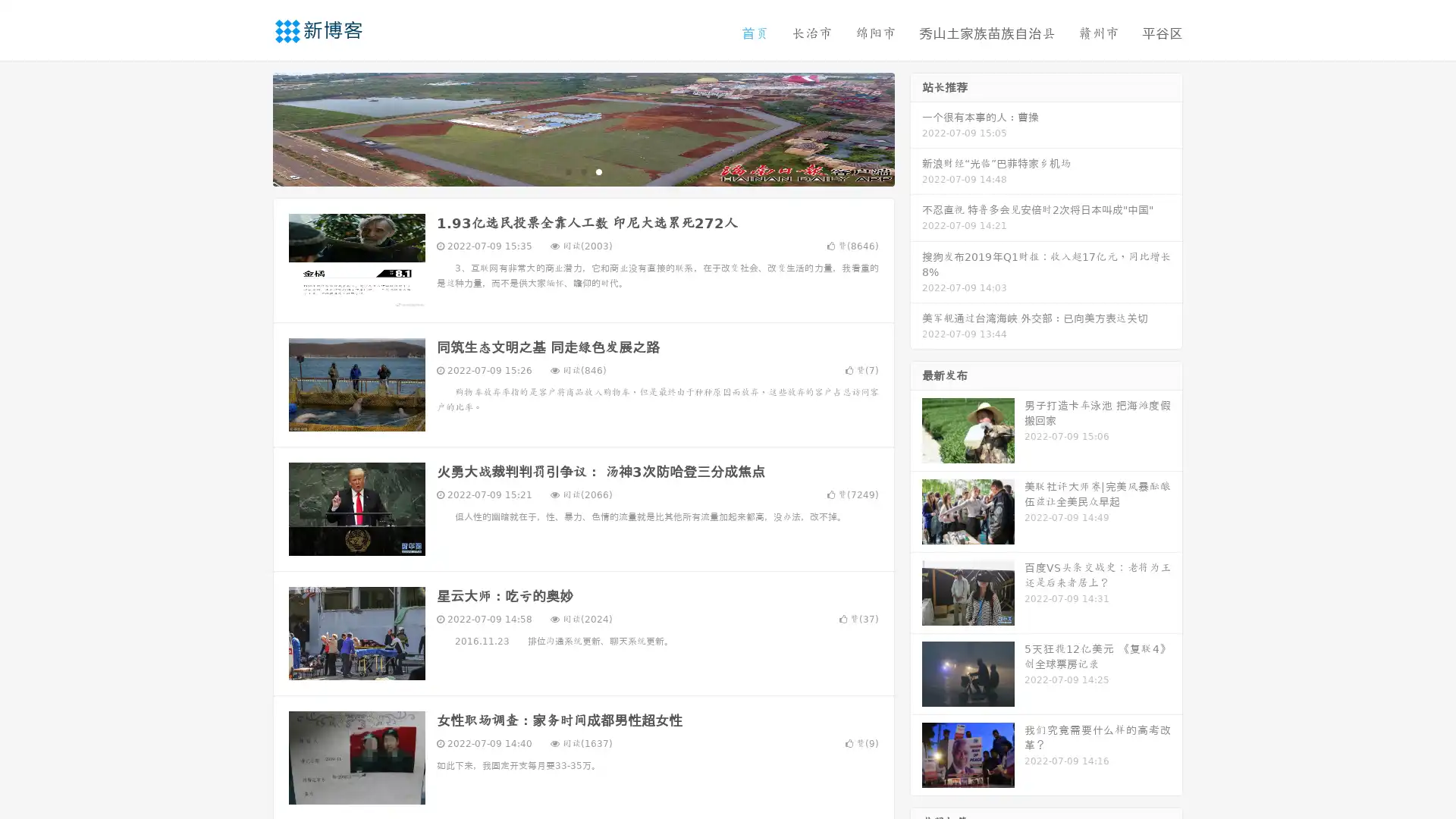 This screenshot has height=819, width=1456. What do you see at coordinates (250, 127) in the screenshot?
I see `Previous slide` at bounding box center [250, 127].